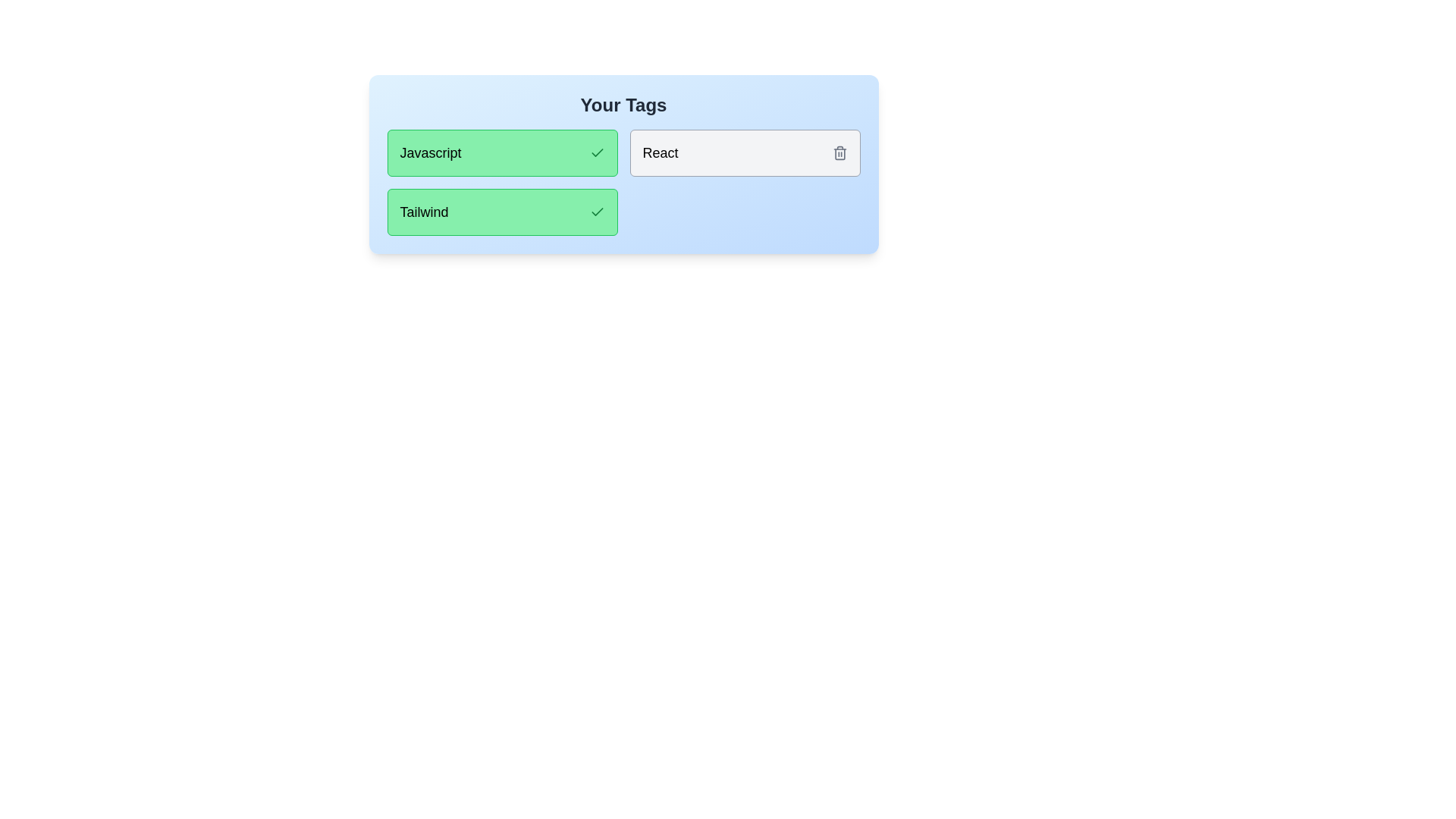 This screenshot has height=819, width=1456. I want to click on the tag with text Javascript to toggle its status, so click(502, 152).